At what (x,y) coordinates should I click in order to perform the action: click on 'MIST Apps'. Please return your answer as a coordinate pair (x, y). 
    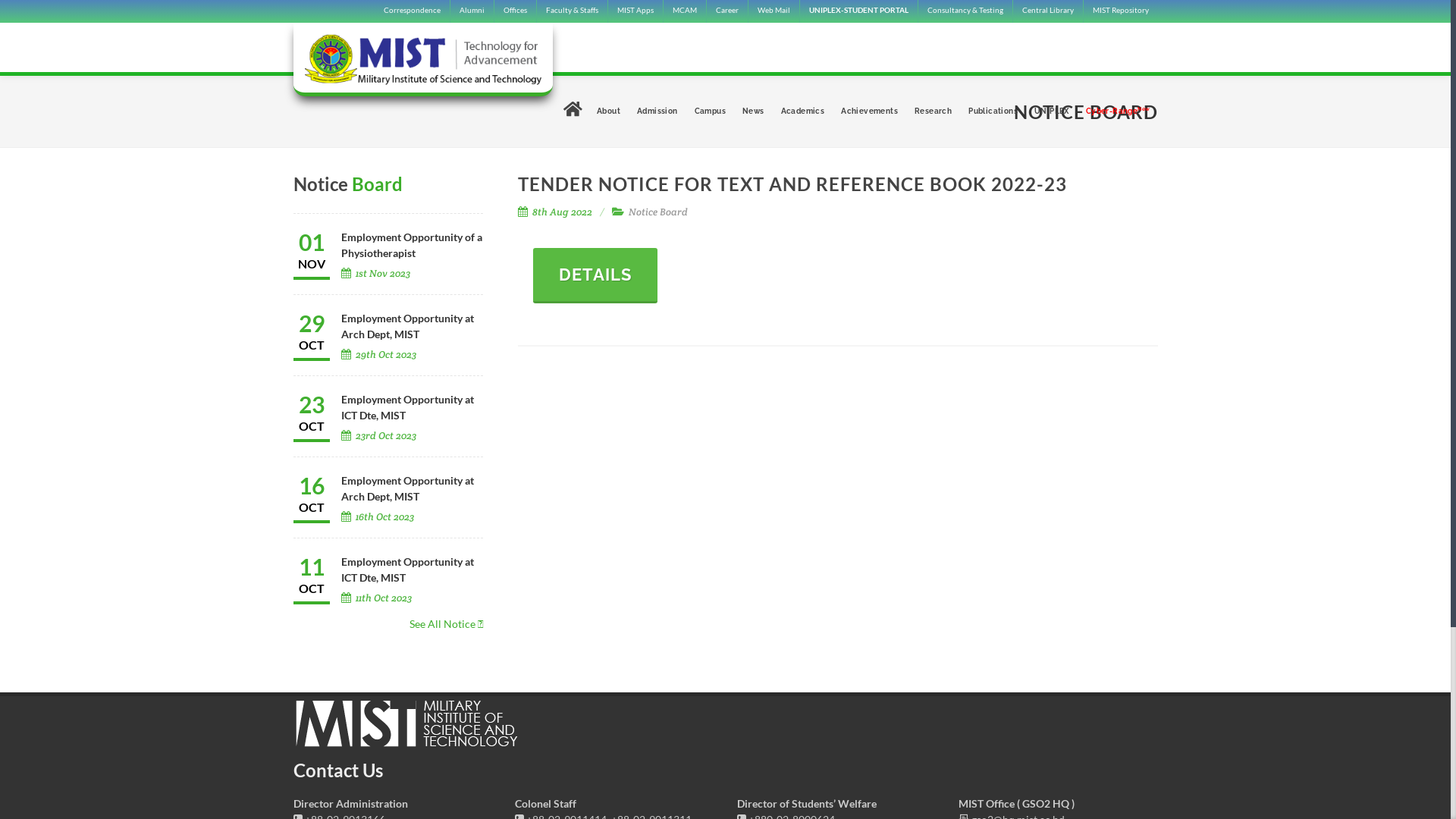
    Looking at the image, I should click on (635, 11).